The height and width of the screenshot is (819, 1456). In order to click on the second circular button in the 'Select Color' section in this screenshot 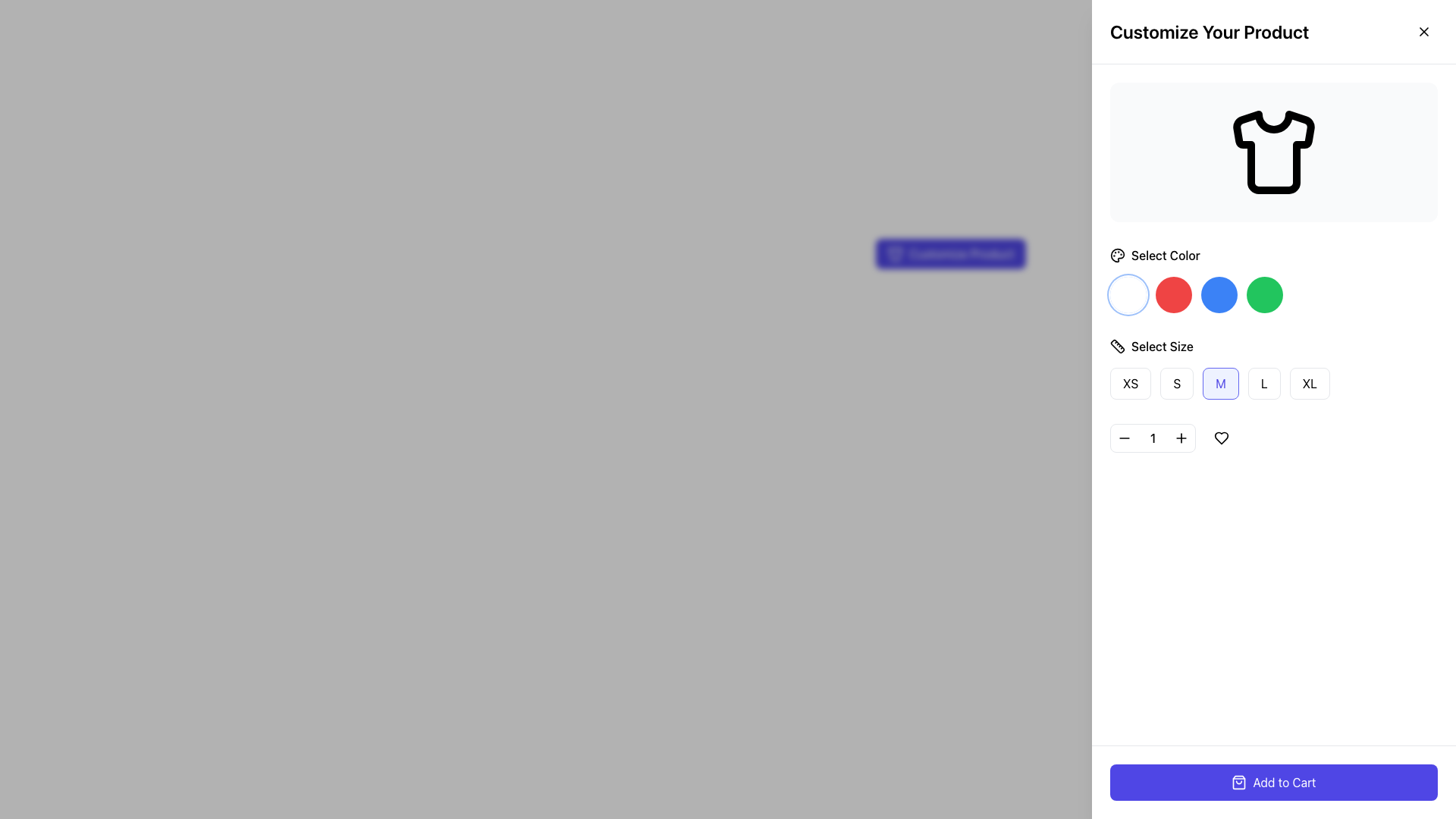, I will do `click(1173, 295)`.